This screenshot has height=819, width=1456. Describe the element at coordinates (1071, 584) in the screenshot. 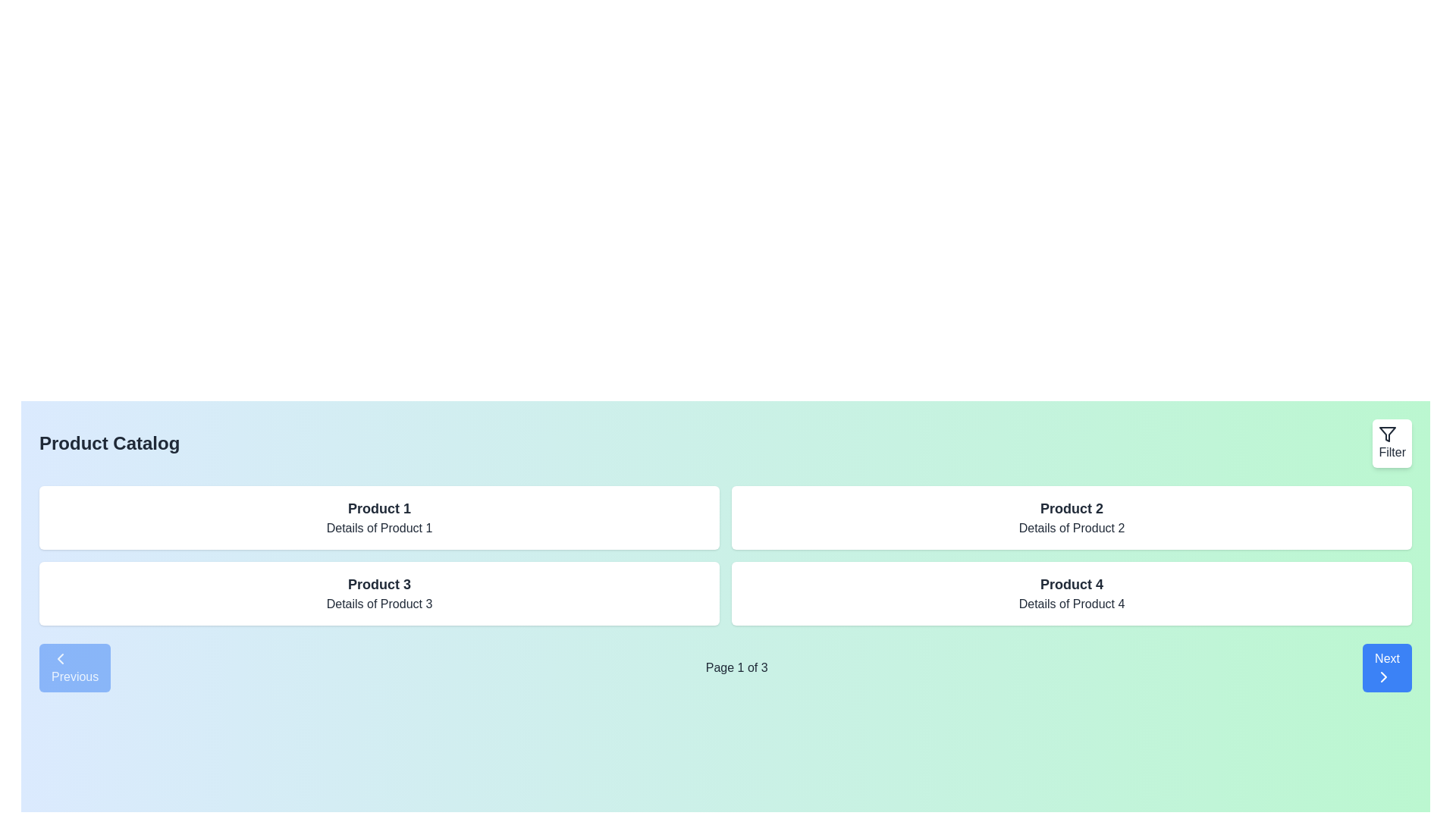

I see `the 'Product 4' text label in the fourth card of the product grid, which serves as an identifier for the corresponding product if it is linked` at that location.